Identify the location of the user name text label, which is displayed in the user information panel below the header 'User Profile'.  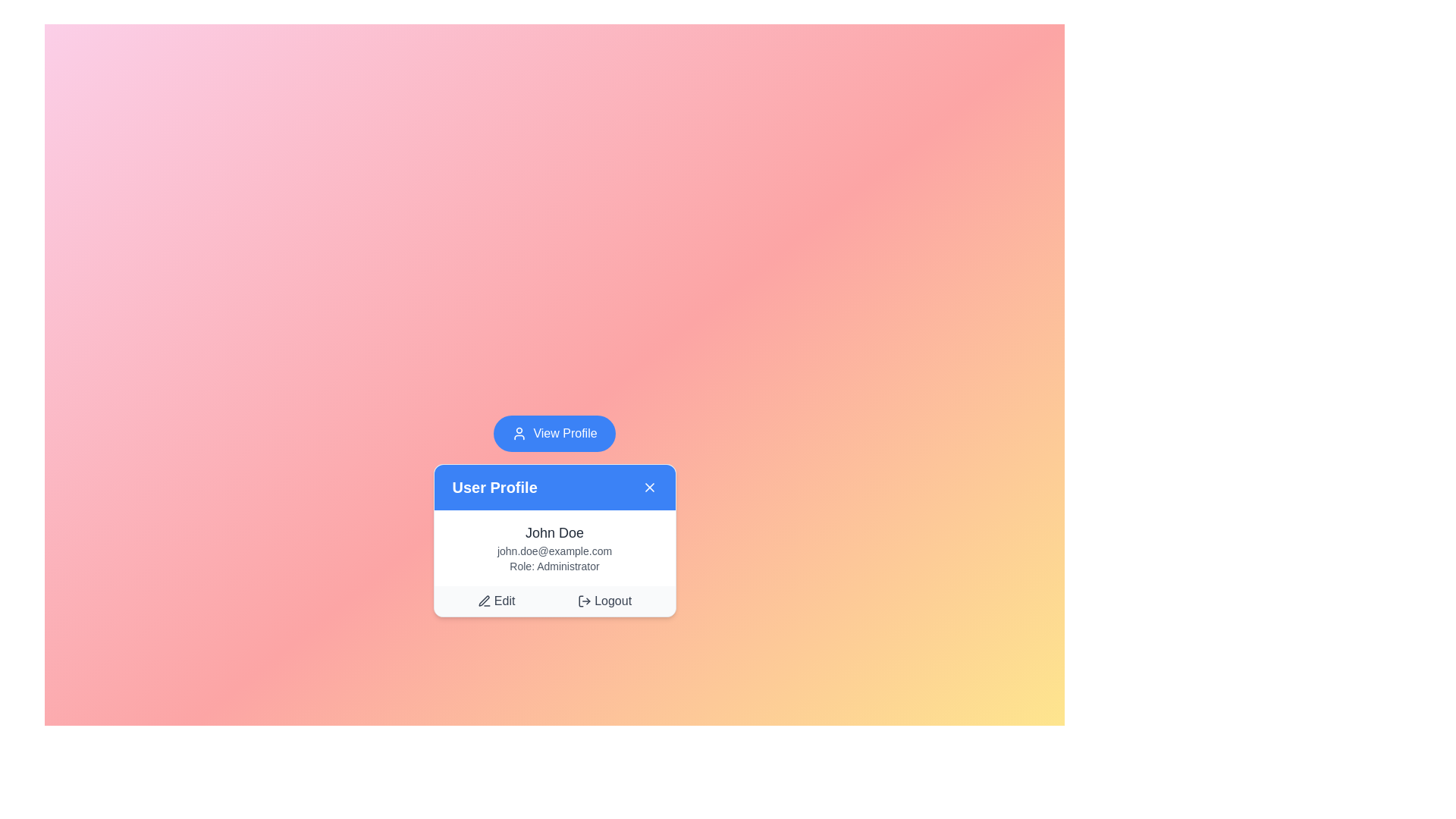
(554, 532).